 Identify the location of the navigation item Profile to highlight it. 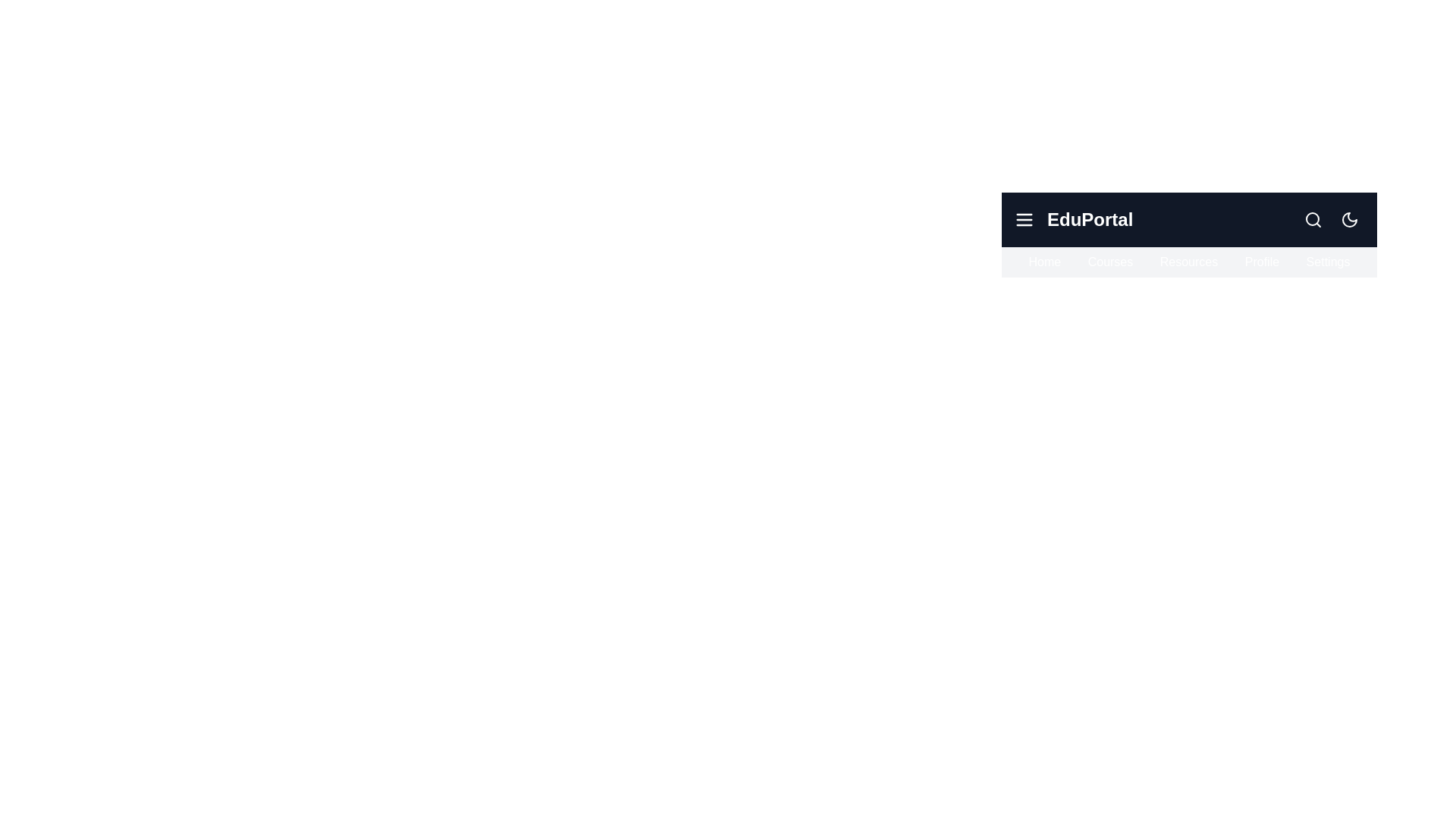
(1262, 262).